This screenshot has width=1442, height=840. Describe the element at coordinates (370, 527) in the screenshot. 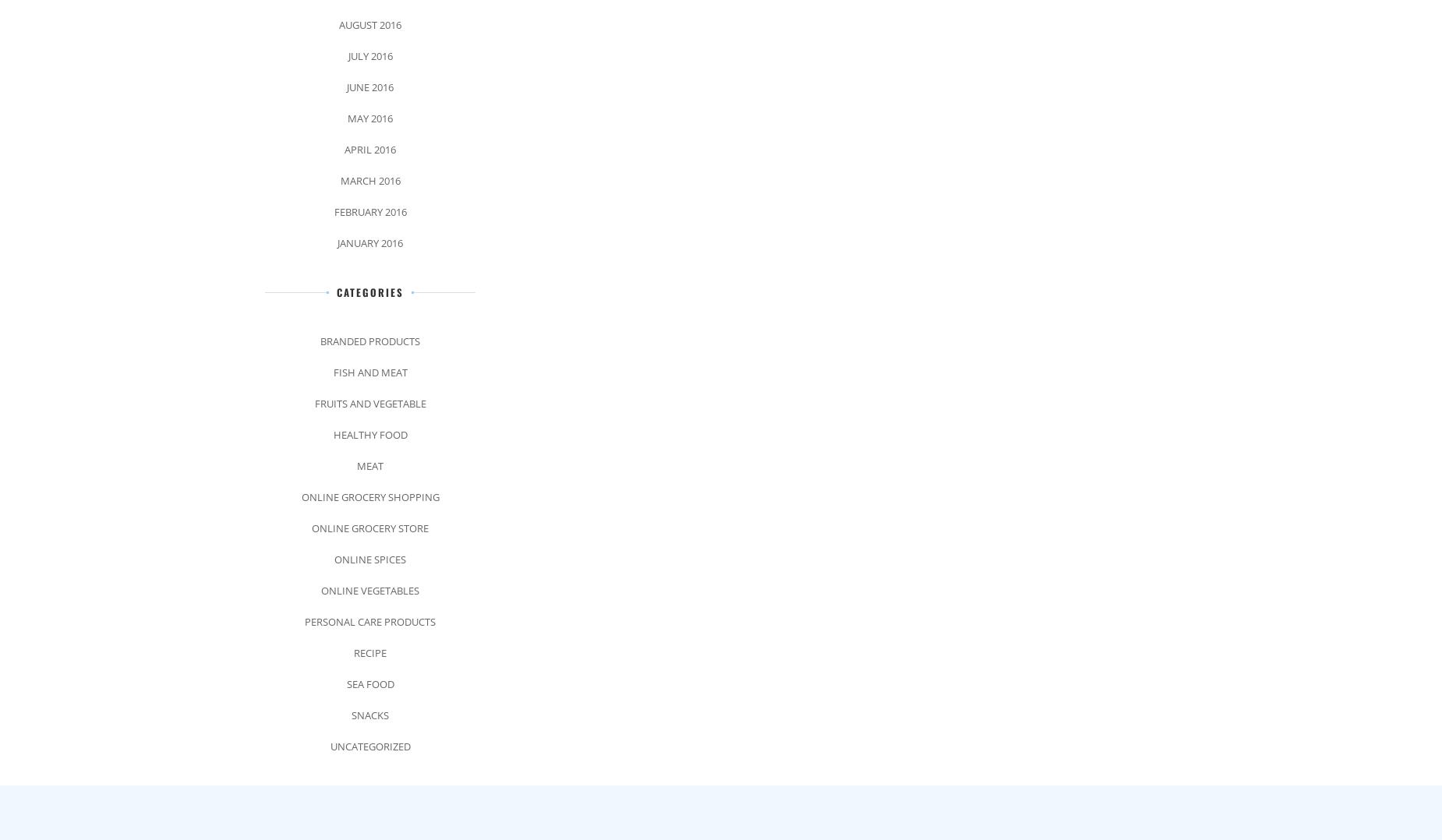

I see `'Online grocery store'` at that location.